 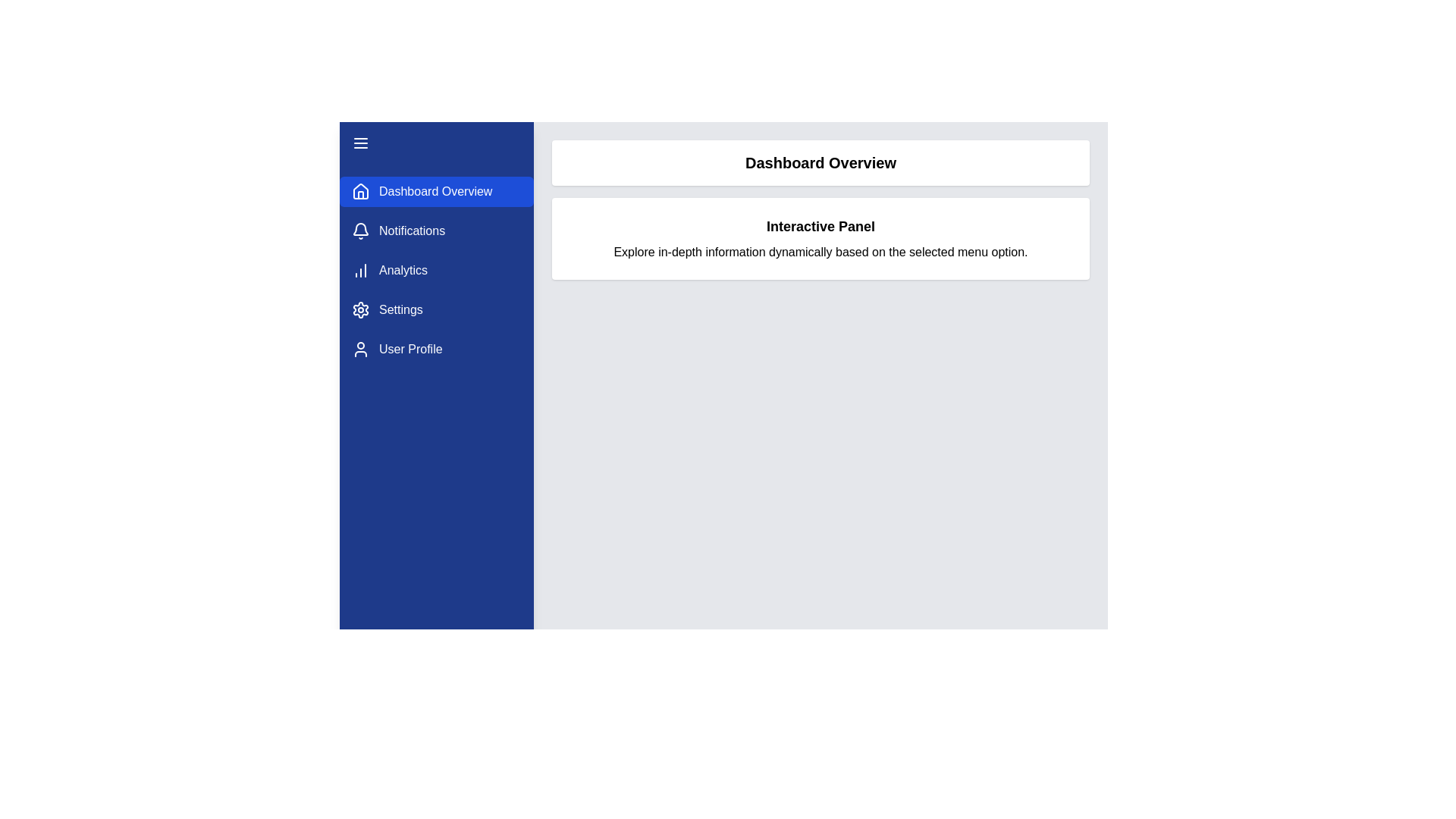 What do you see at coordinates (359, 229) in the screenshot?
I see `the bell-shaped icon within the SVG graphic, which has a minimalistic design with a solid outline` at bounding box center [359, 229].